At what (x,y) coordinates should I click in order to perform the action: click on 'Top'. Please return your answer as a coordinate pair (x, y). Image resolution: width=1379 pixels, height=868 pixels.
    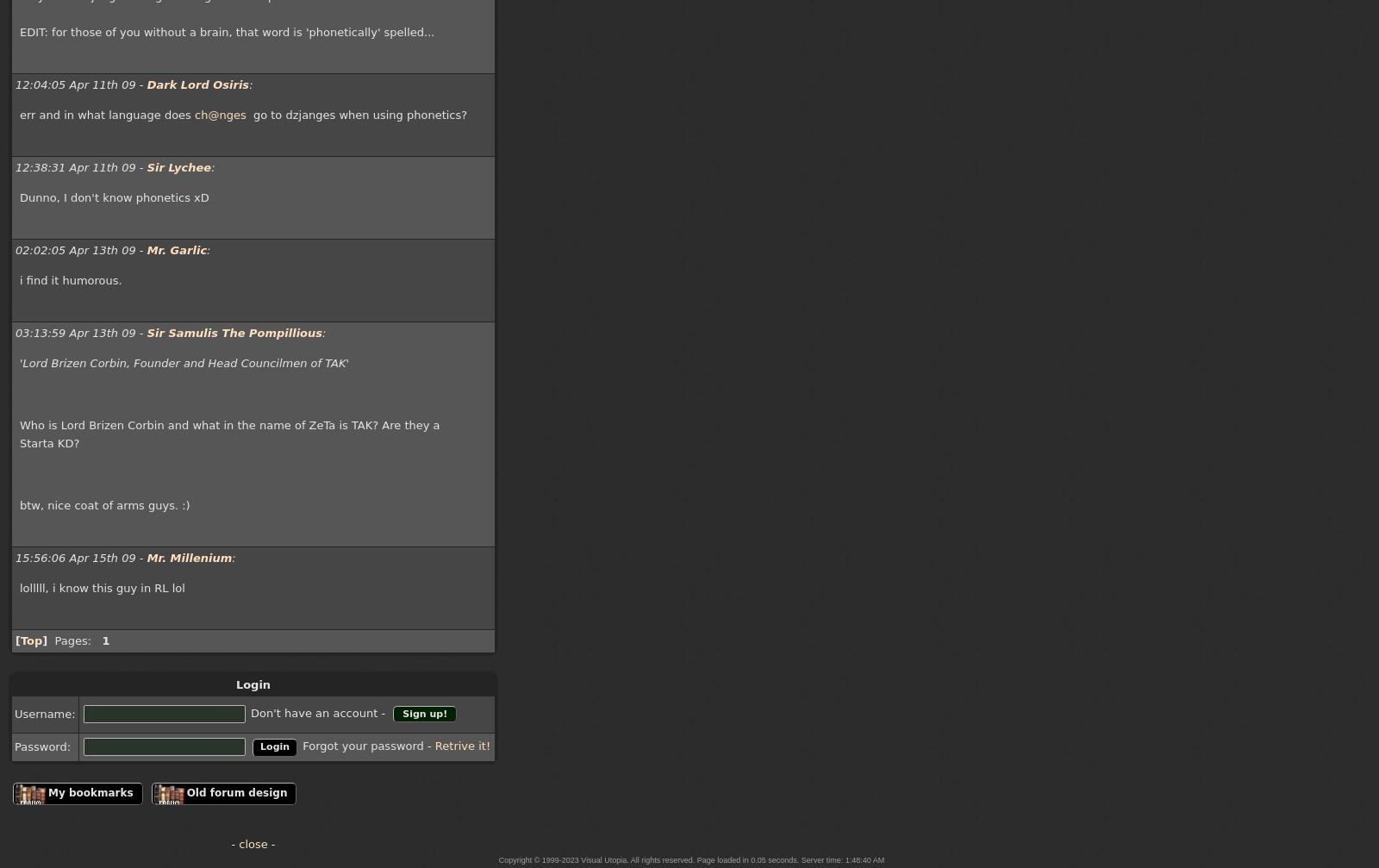
    Looking at the image, I should click on (30, 640).